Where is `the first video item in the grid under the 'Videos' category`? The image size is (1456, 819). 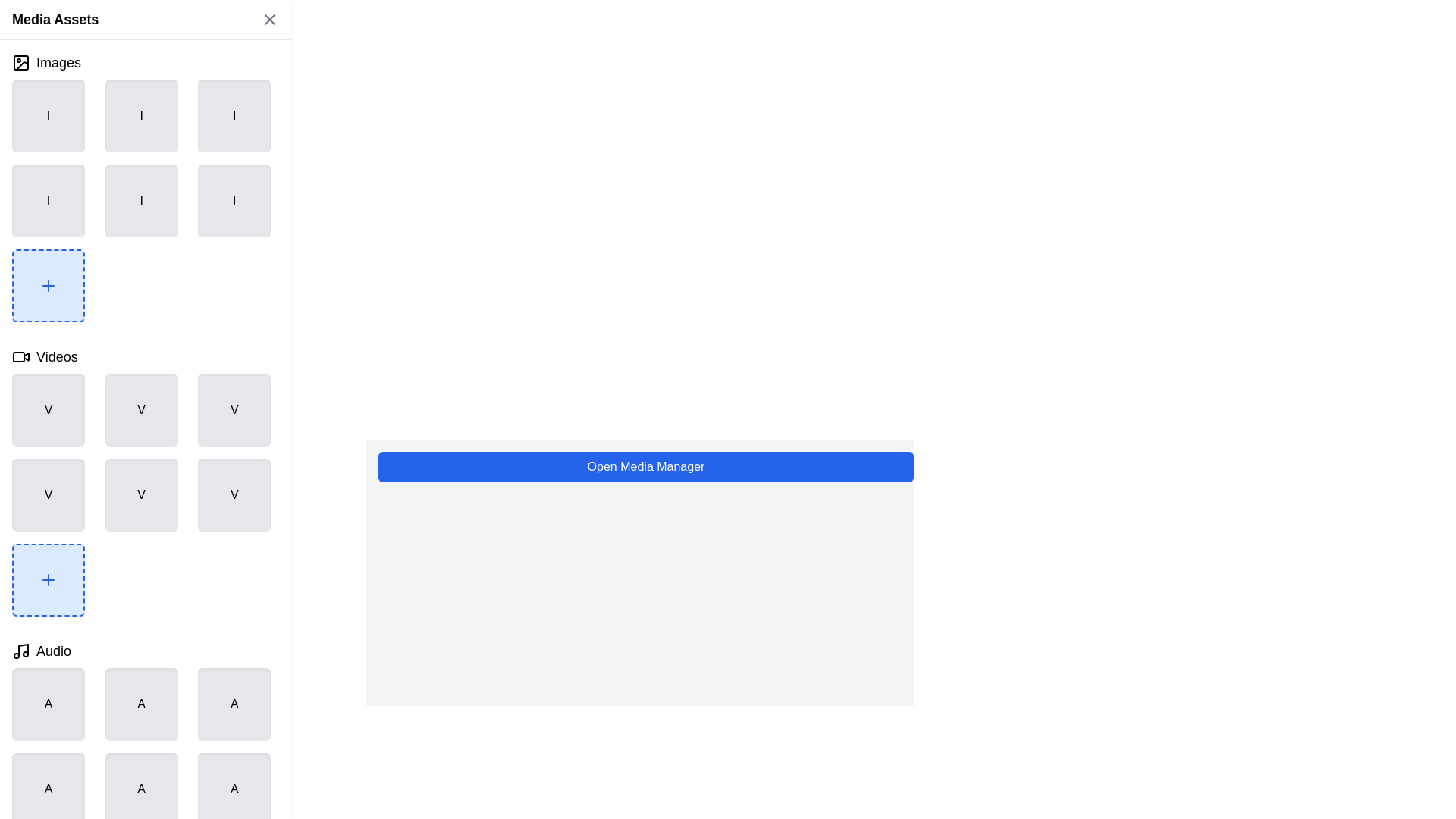
the first video item in the grid under the 'Videos' category is located at coordinates (48, 409).